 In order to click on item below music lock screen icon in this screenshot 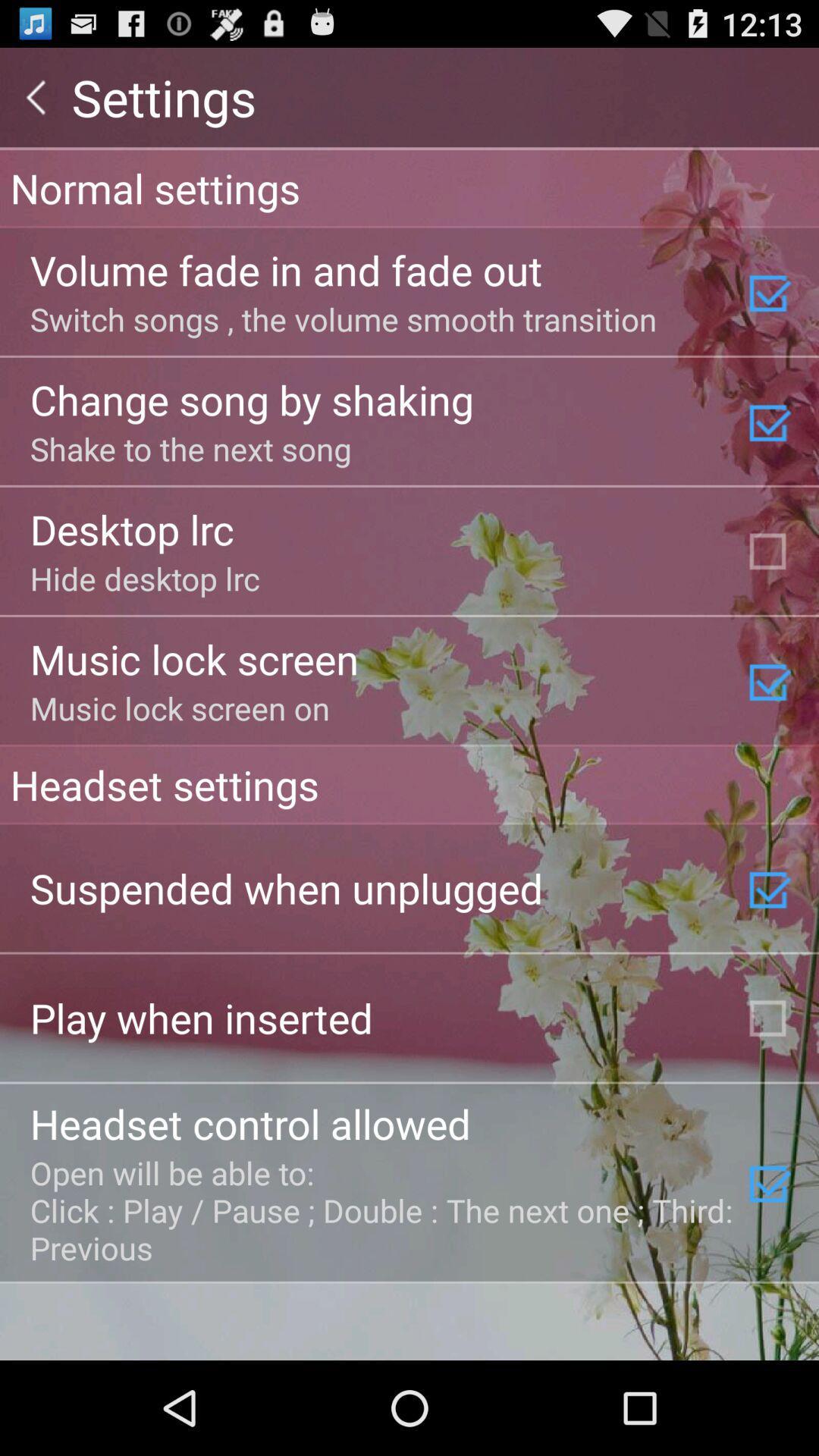, I will do `click(409, 784)`.